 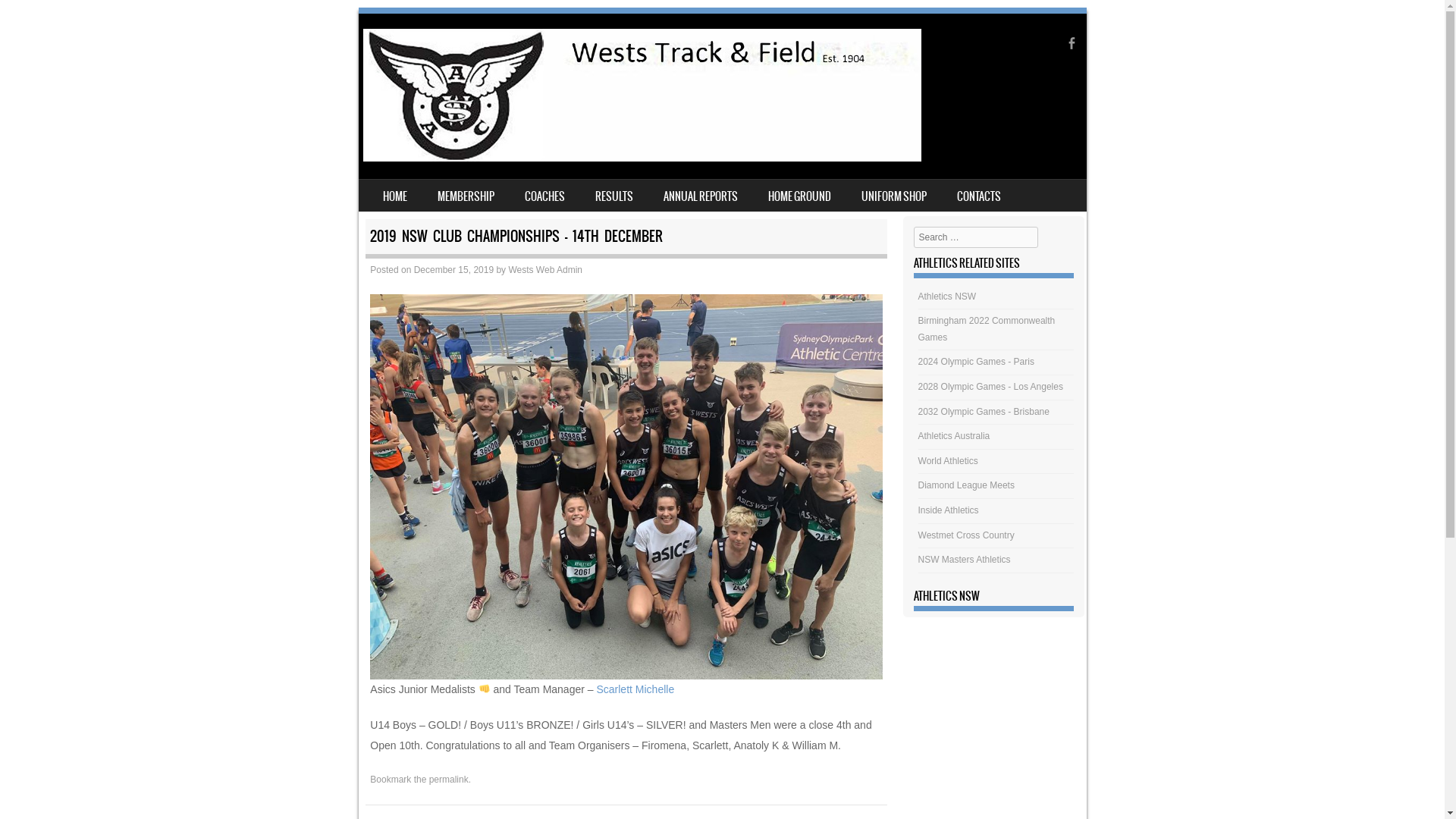 What do you see at coordinates (917, 328) in the screenshot?
I see `'Birmingham 2022 Commonwealth Games'` at bounding box center [917, 328].